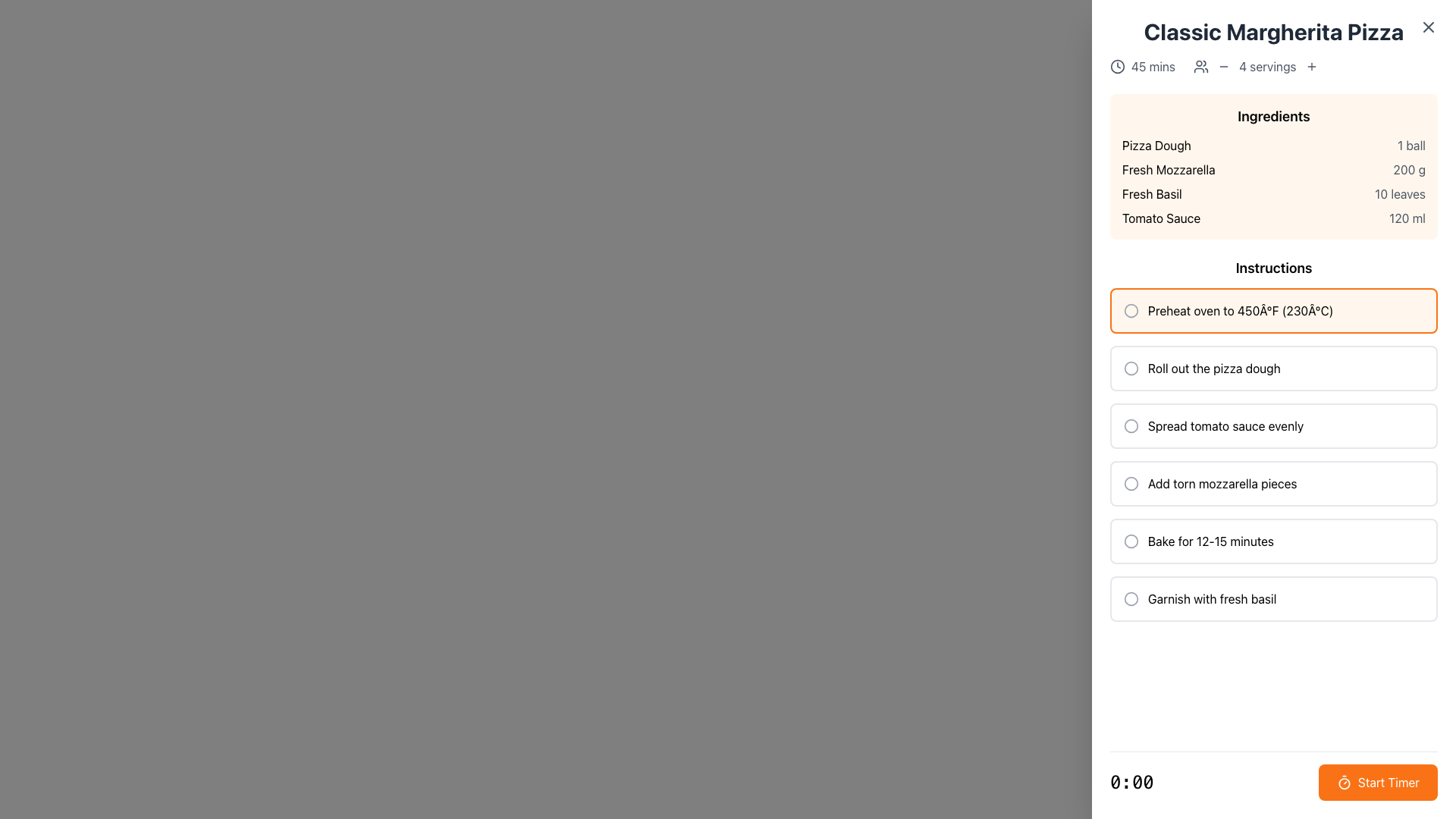 The width and height of the screenshot is (1456, 819). Describe the element at coordinates (1131, 598) in the screenshot. I see `the icon in the 'Instructions' section that indicates 'Garnish with fresh basil', which is the last element in the vertical list of icons` at that location.